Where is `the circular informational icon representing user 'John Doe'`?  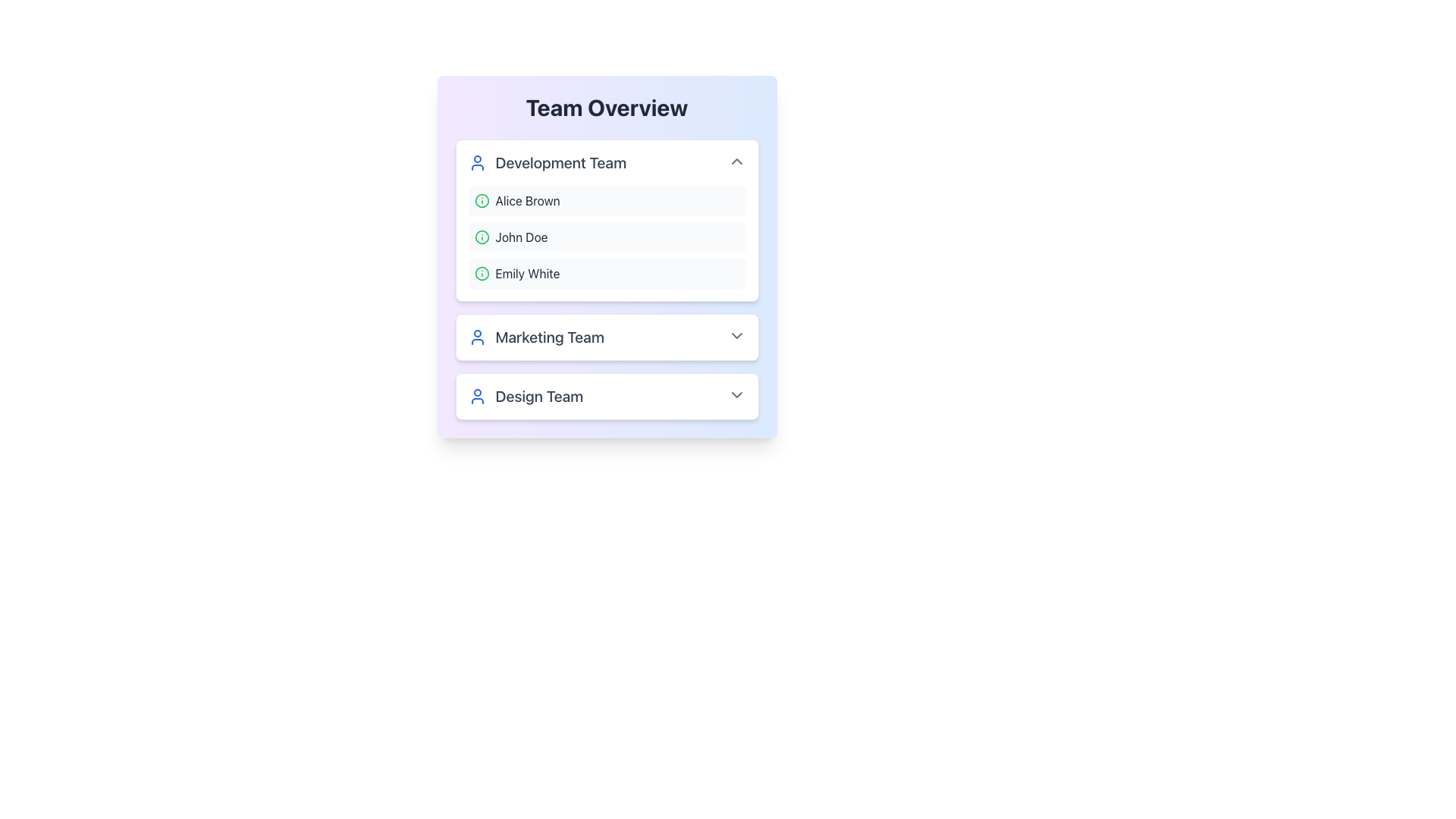
the circular informational icon representing user 'John Doe' is located at coordinates (481, 237).